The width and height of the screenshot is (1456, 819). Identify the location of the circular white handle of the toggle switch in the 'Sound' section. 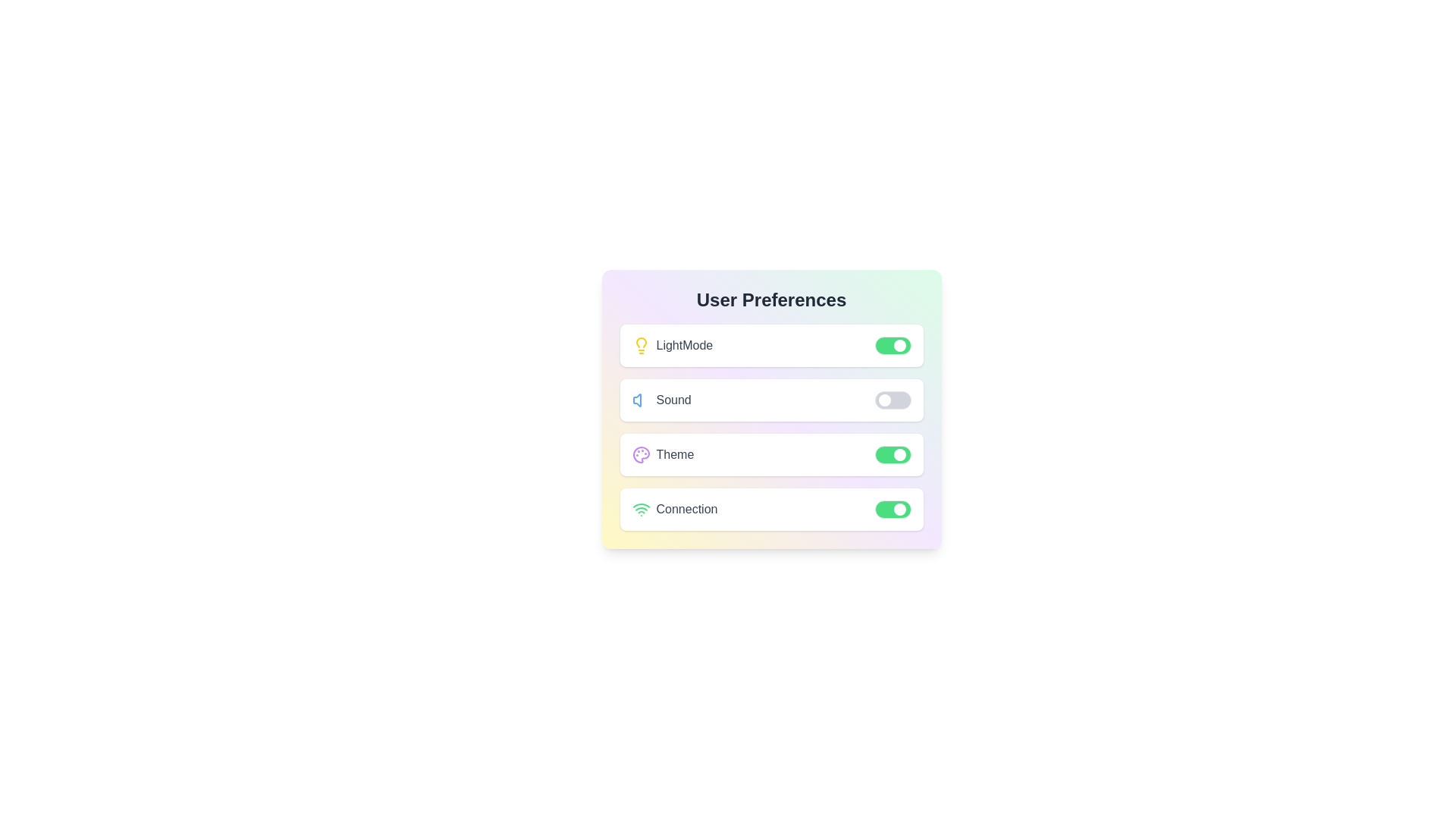
(893, 400).